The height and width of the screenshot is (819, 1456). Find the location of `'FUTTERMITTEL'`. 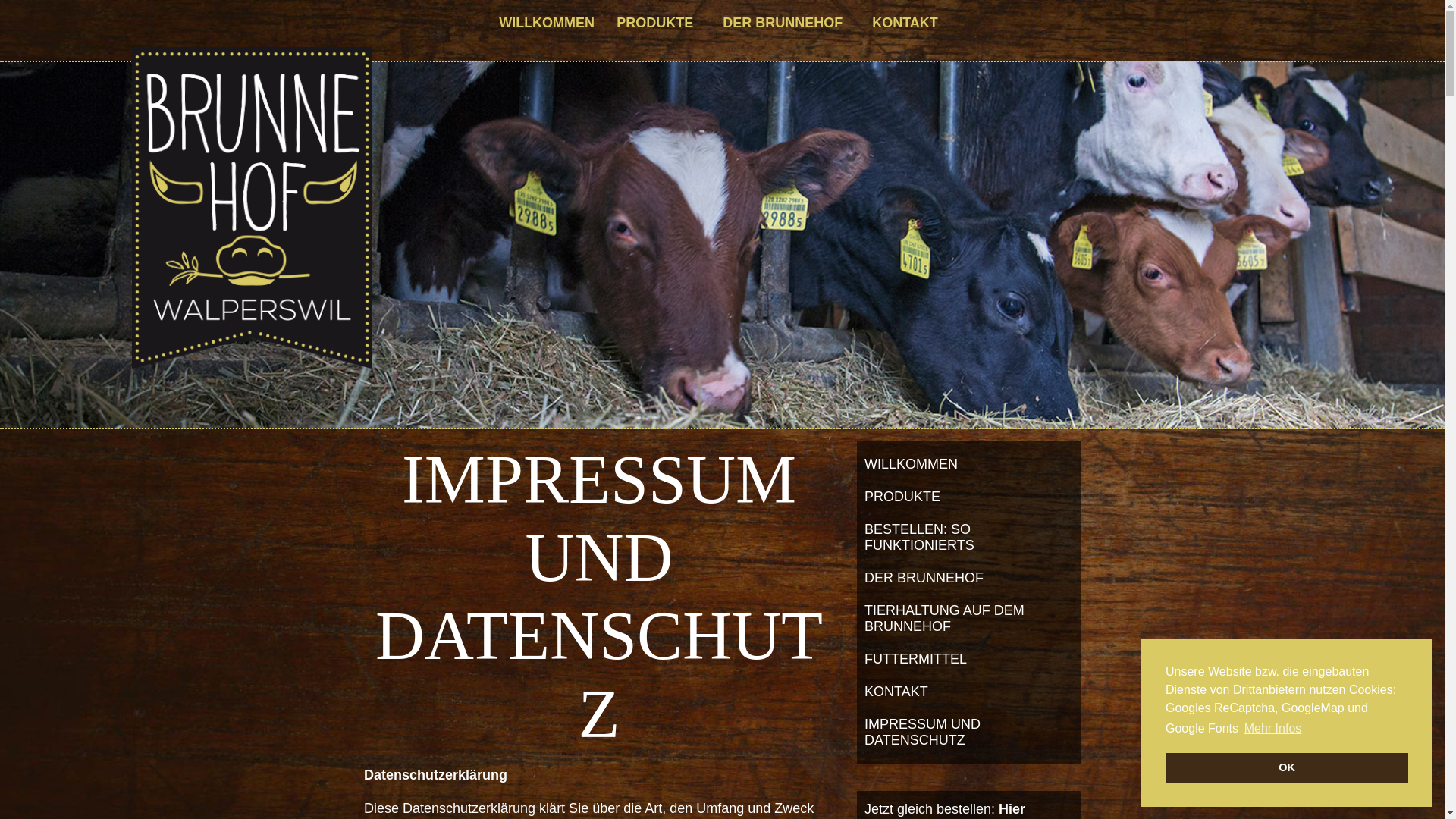

'FUTTERMITTEL' is located at coordinates (968, 658).